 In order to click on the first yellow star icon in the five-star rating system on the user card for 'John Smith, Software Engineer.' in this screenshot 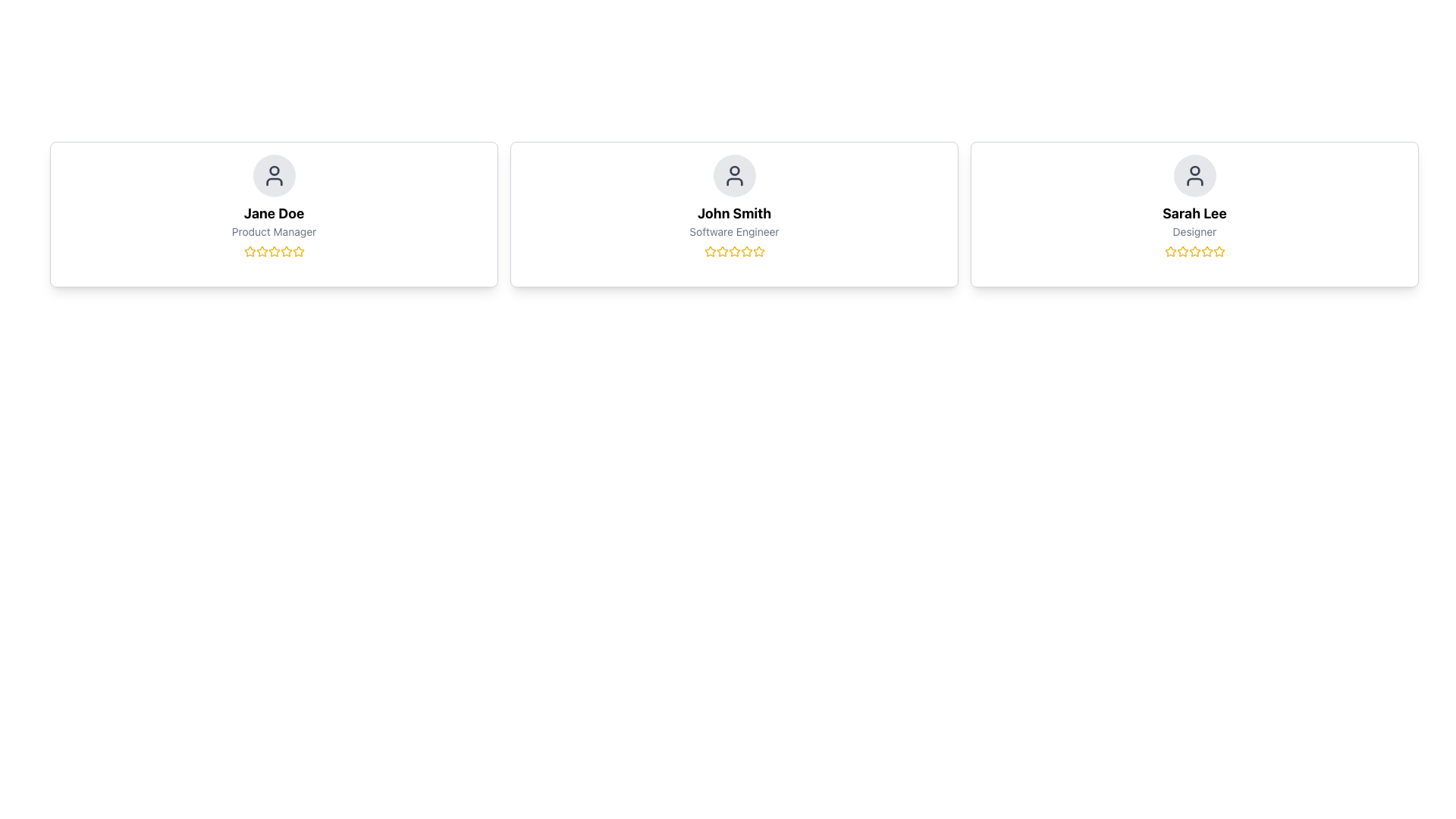, I will do `click(709, 250)`.